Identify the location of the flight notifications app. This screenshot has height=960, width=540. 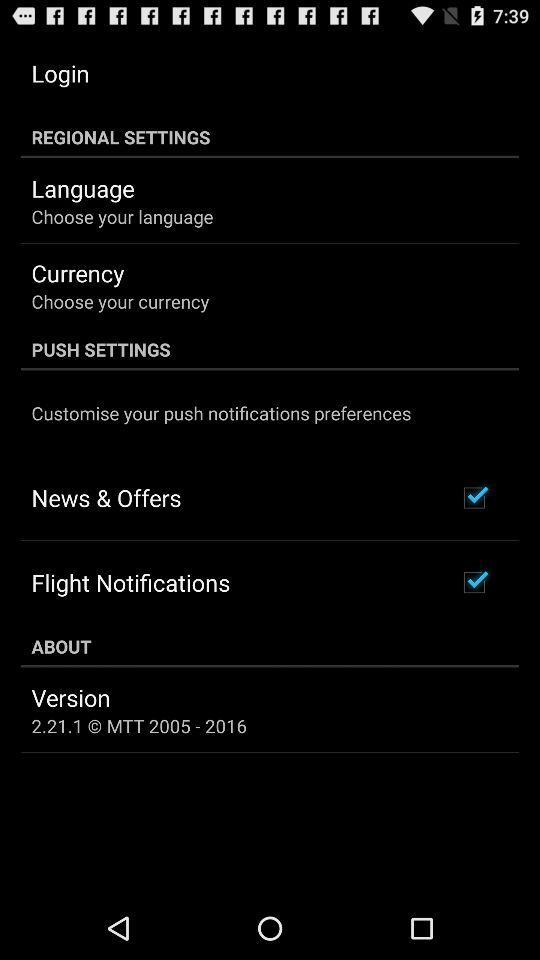
(130, 582).